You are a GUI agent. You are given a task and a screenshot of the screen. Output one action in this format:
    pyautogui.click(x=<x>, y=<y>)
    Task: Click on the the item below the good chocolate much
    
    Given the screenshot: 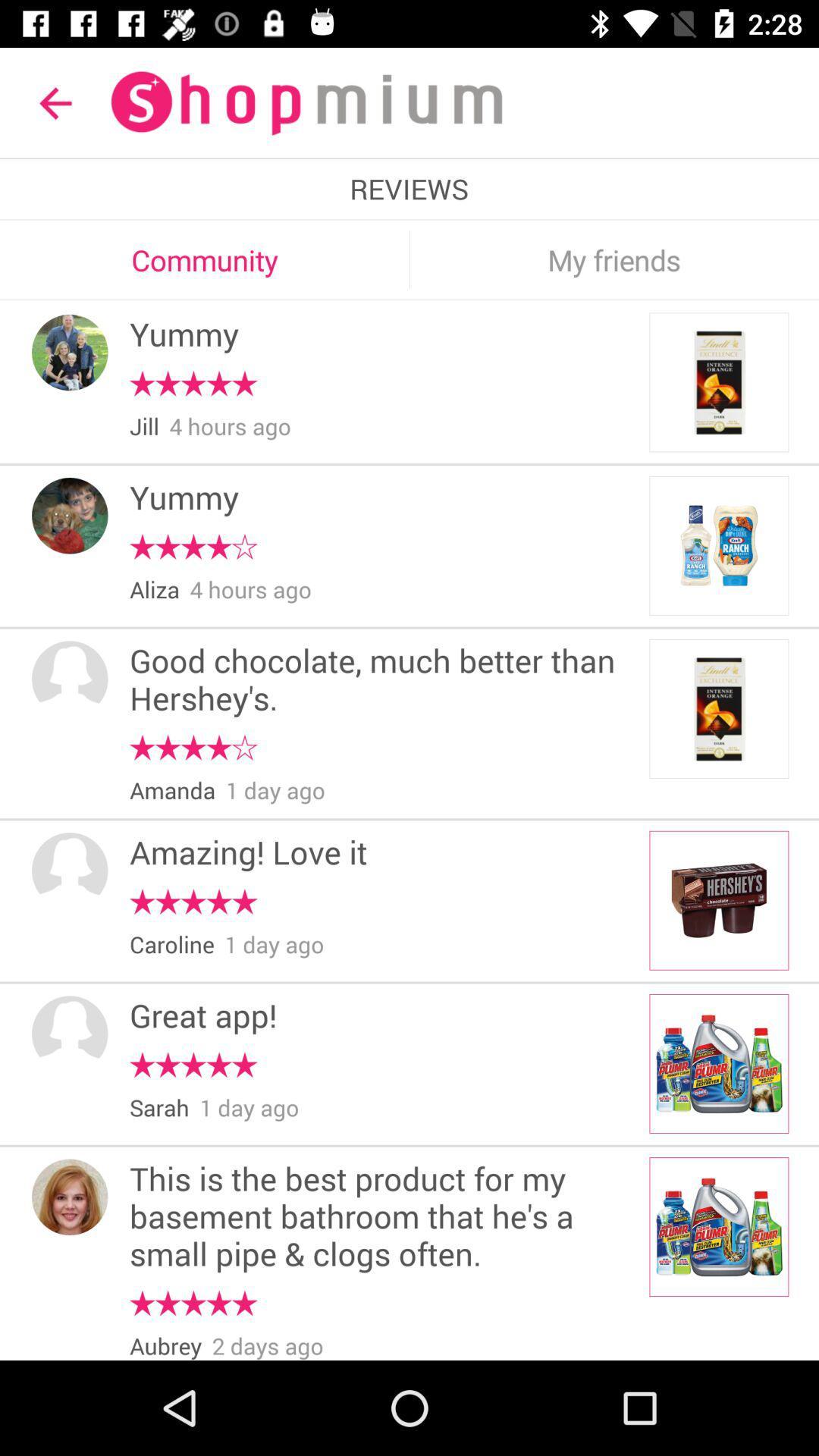 What is the action you would take?
    pyautogui.click(x=193, y=748)
    